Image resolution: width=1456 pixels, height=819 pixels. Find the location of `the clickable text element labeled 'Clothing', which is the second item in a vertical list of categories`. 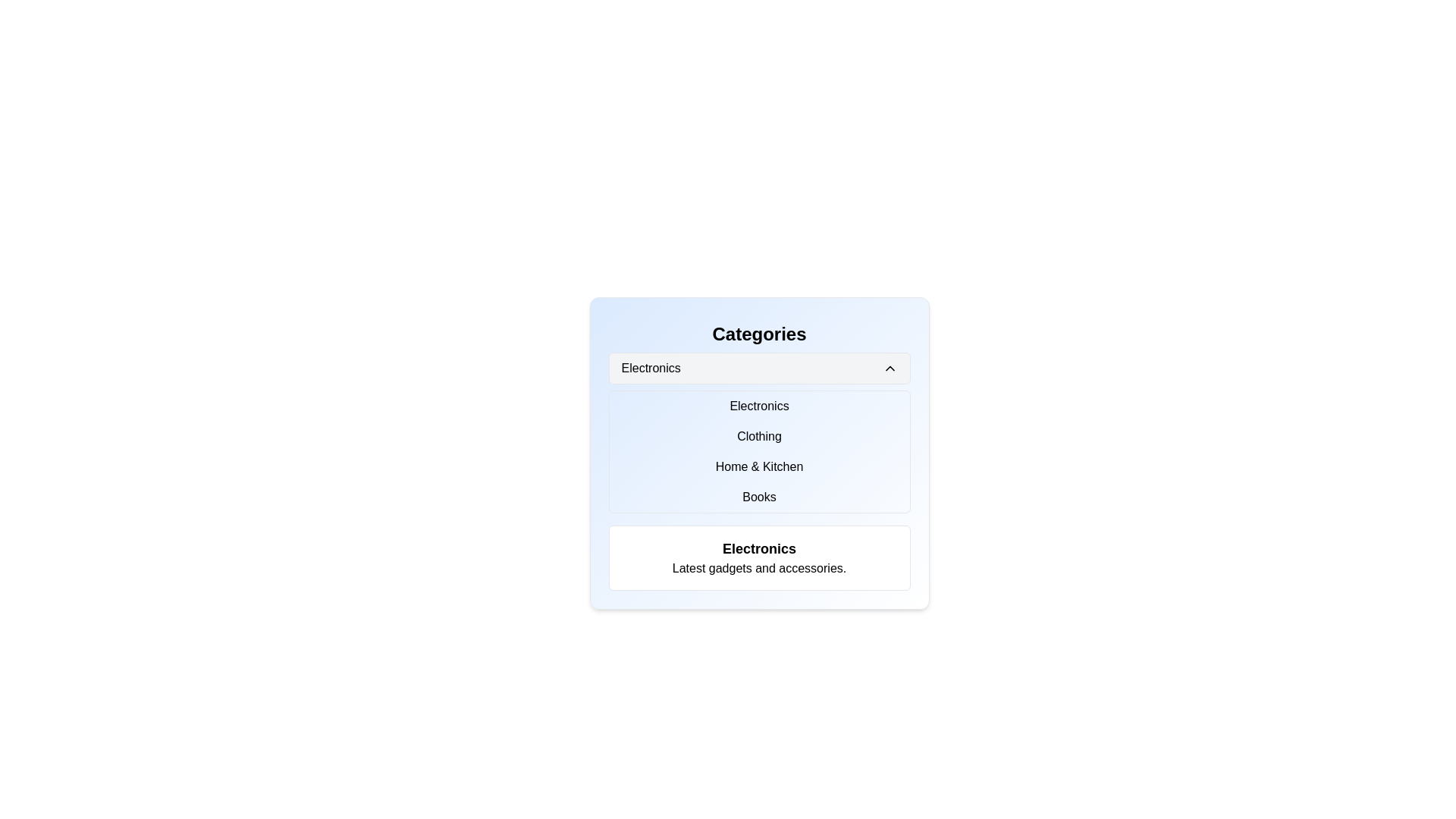

the clickable text element labeled 'Clothing', which is the second item in a vertical list of categories is located at coordinates (759, 436).